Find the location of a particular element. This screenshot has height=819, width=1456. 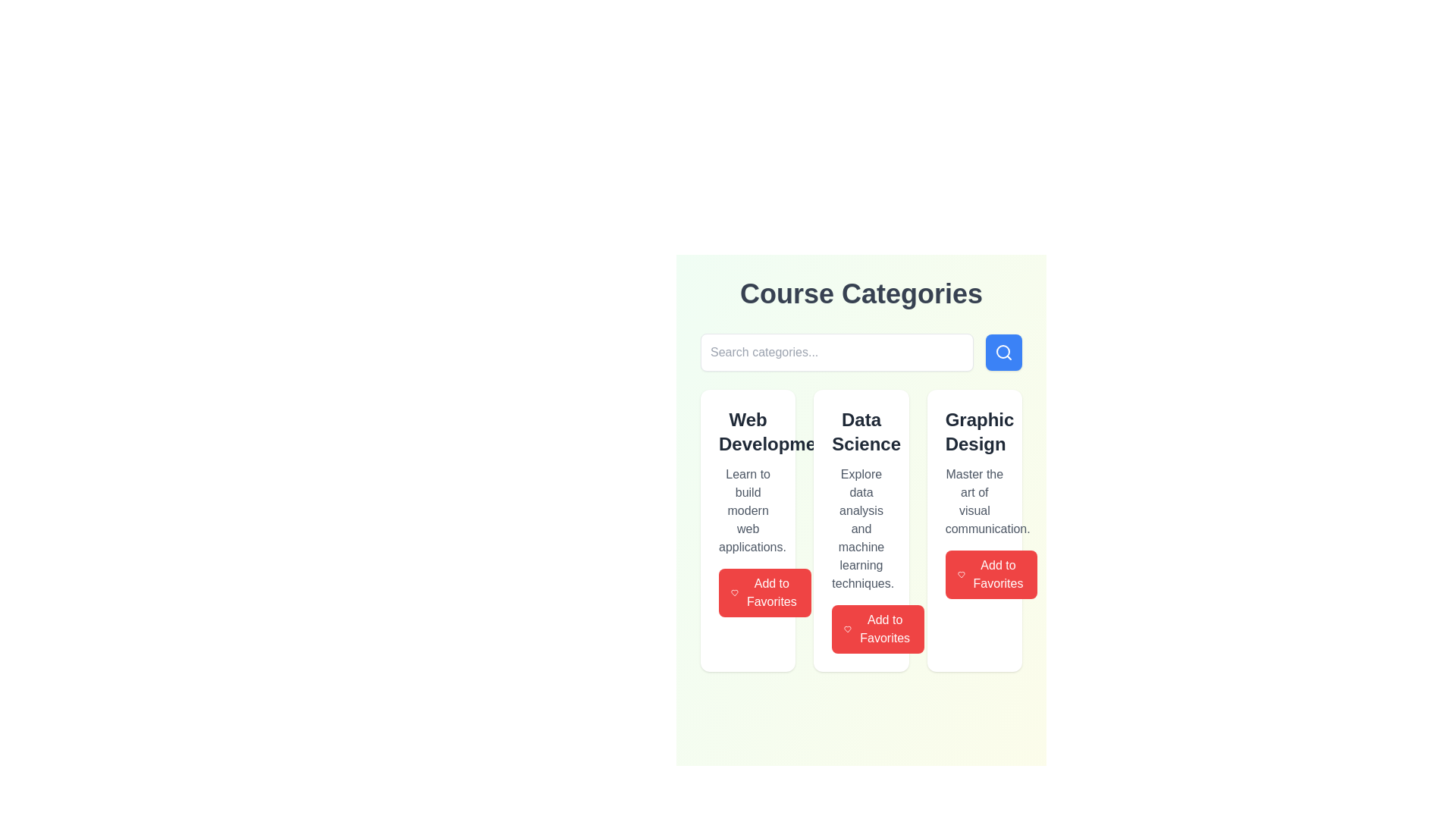

the 'favorite' icon within the third 'Add to Favorites' button aligned with the 'Graphic Design' section is located at coordinates (960, 575).